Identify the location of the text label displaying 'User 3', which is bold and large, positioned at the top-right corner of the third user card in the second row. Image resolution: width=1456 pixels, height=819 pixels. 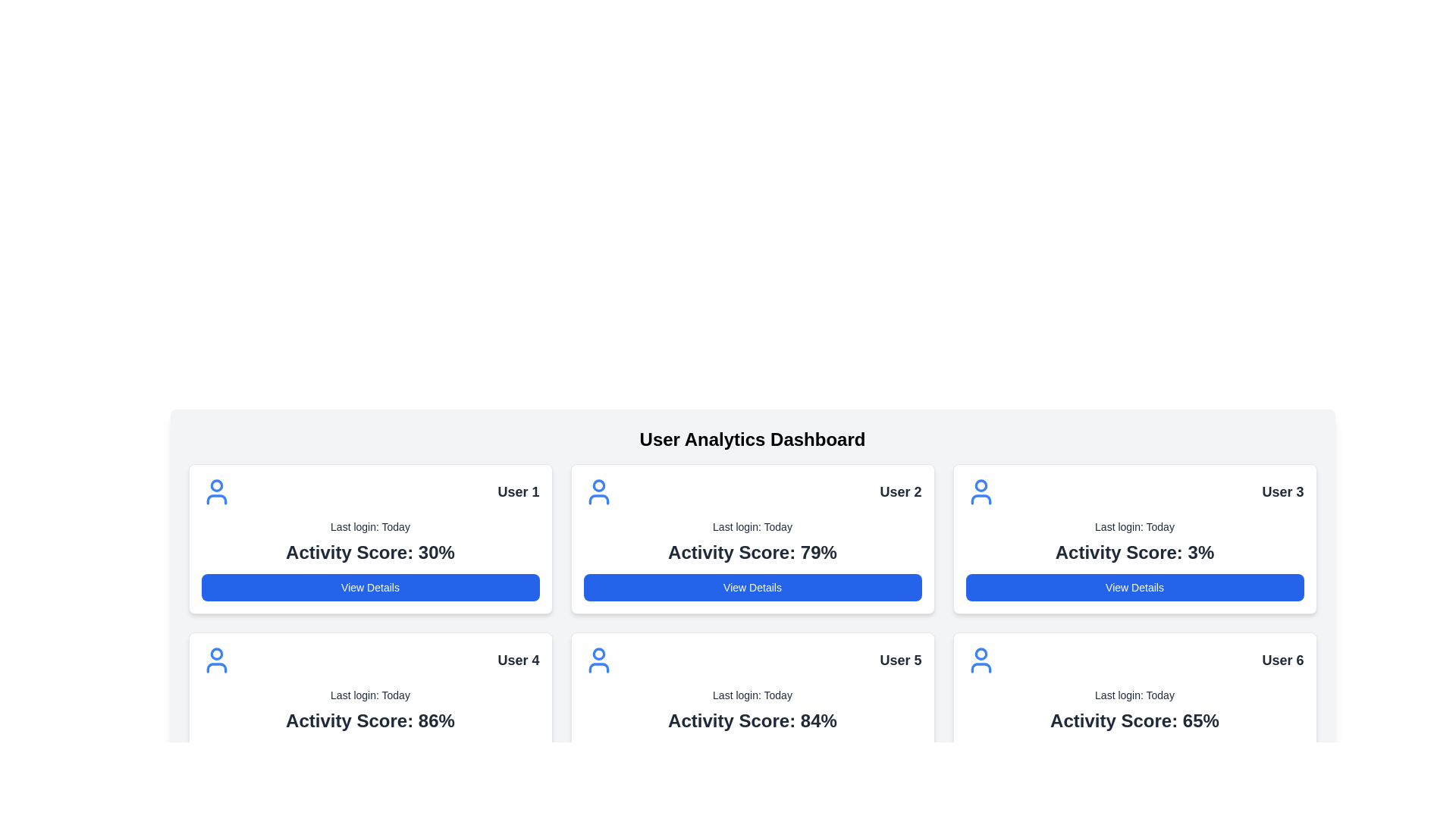
(1282, 491).